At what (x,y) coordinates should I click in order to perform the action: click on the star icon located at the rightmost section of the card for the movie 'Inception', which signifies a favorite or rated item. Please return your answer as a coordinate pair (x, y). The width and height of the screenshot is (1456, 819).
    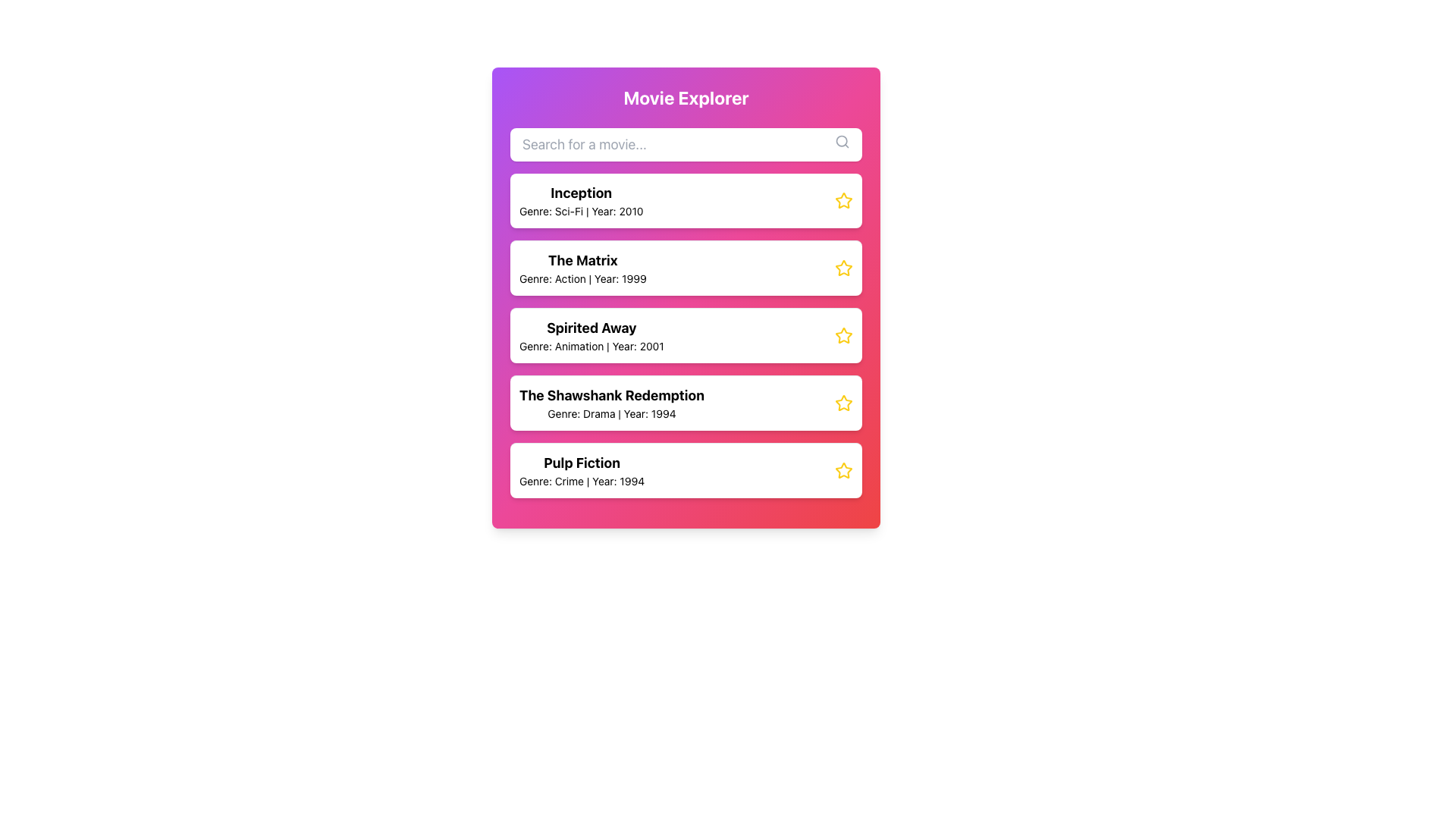
    Looking at the image, I should click on (843, 200).